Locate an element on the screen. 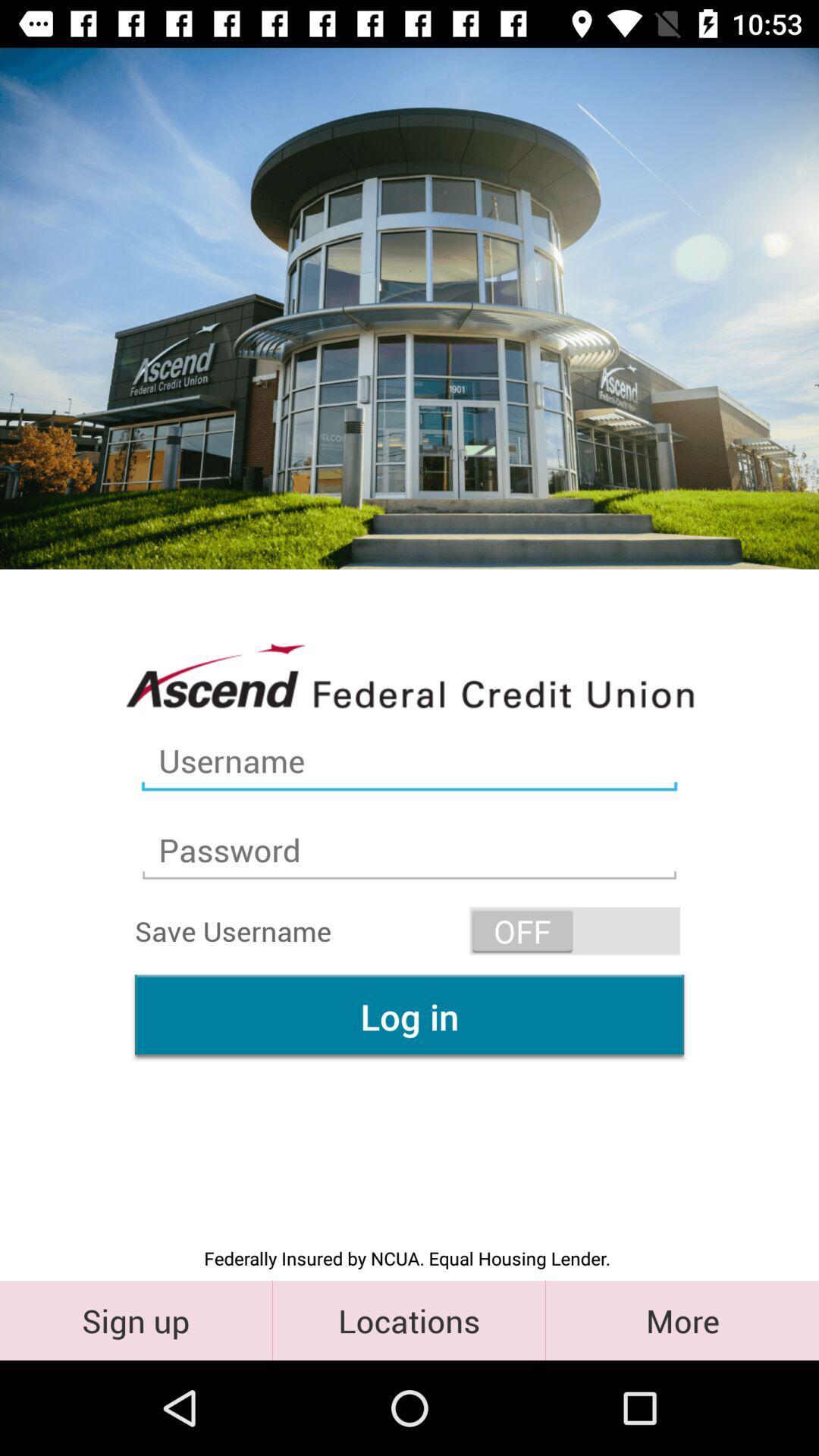 This screenshot has width=819, height=1456. the off button above the log in option is located at coordinates (575, 930).